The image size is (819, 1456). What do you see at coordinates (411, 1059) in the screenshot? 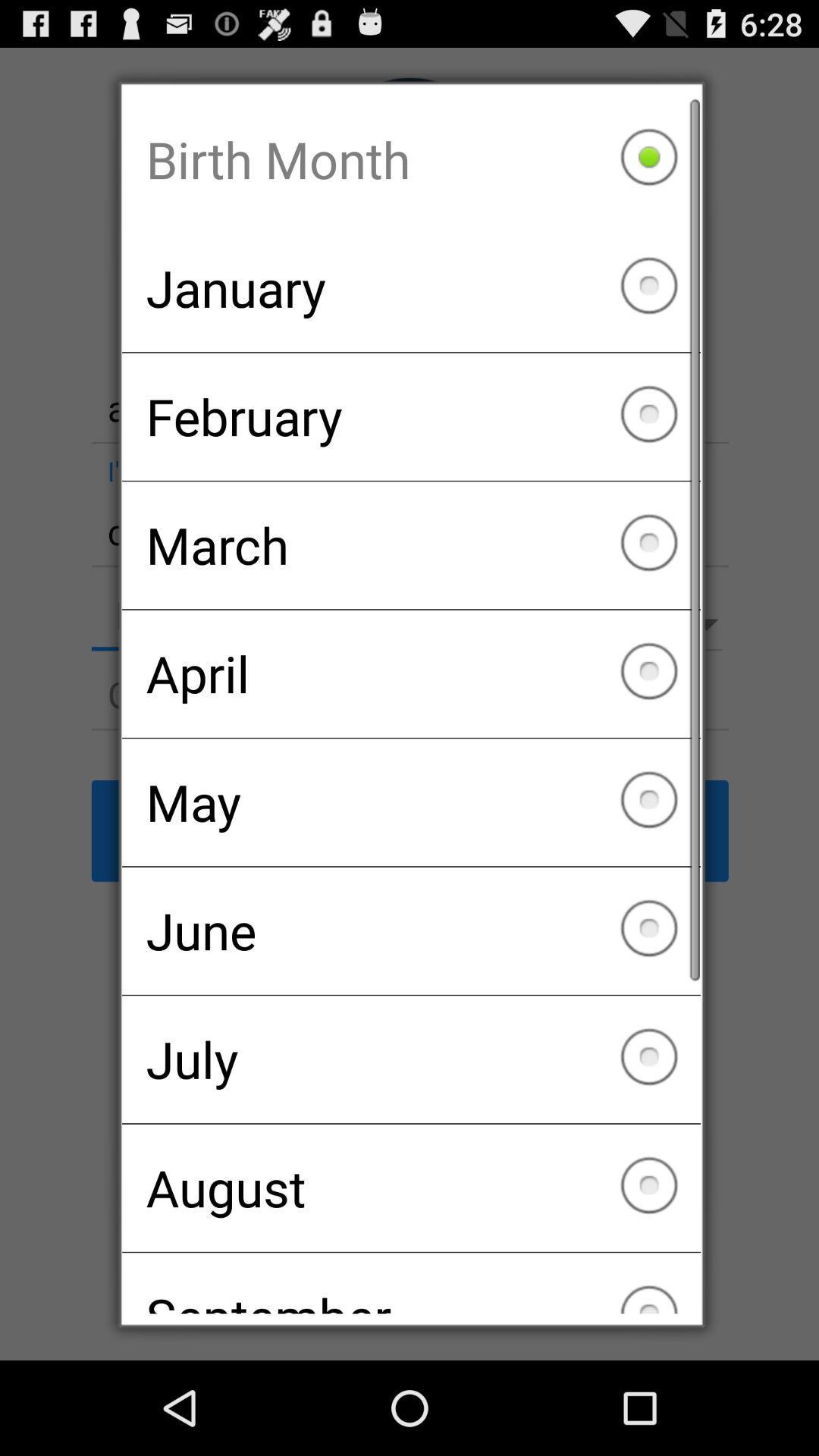
I see `the july checkbox` at bounding box center [411, 1059].